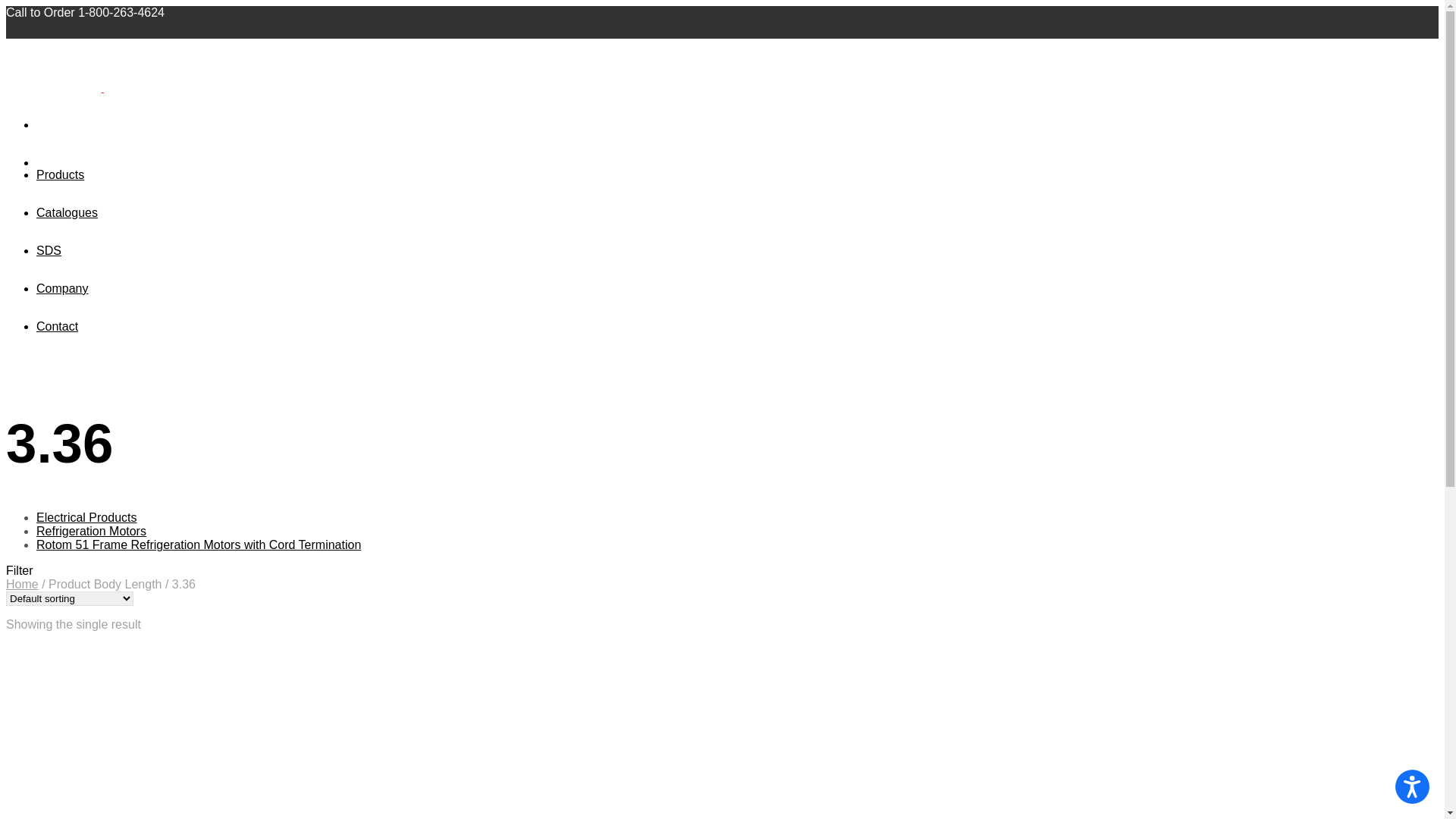  What do you see at coordinates (66, 212) in the screenshot?
I see `'Catalogues'` at bounding box center [66, 212].